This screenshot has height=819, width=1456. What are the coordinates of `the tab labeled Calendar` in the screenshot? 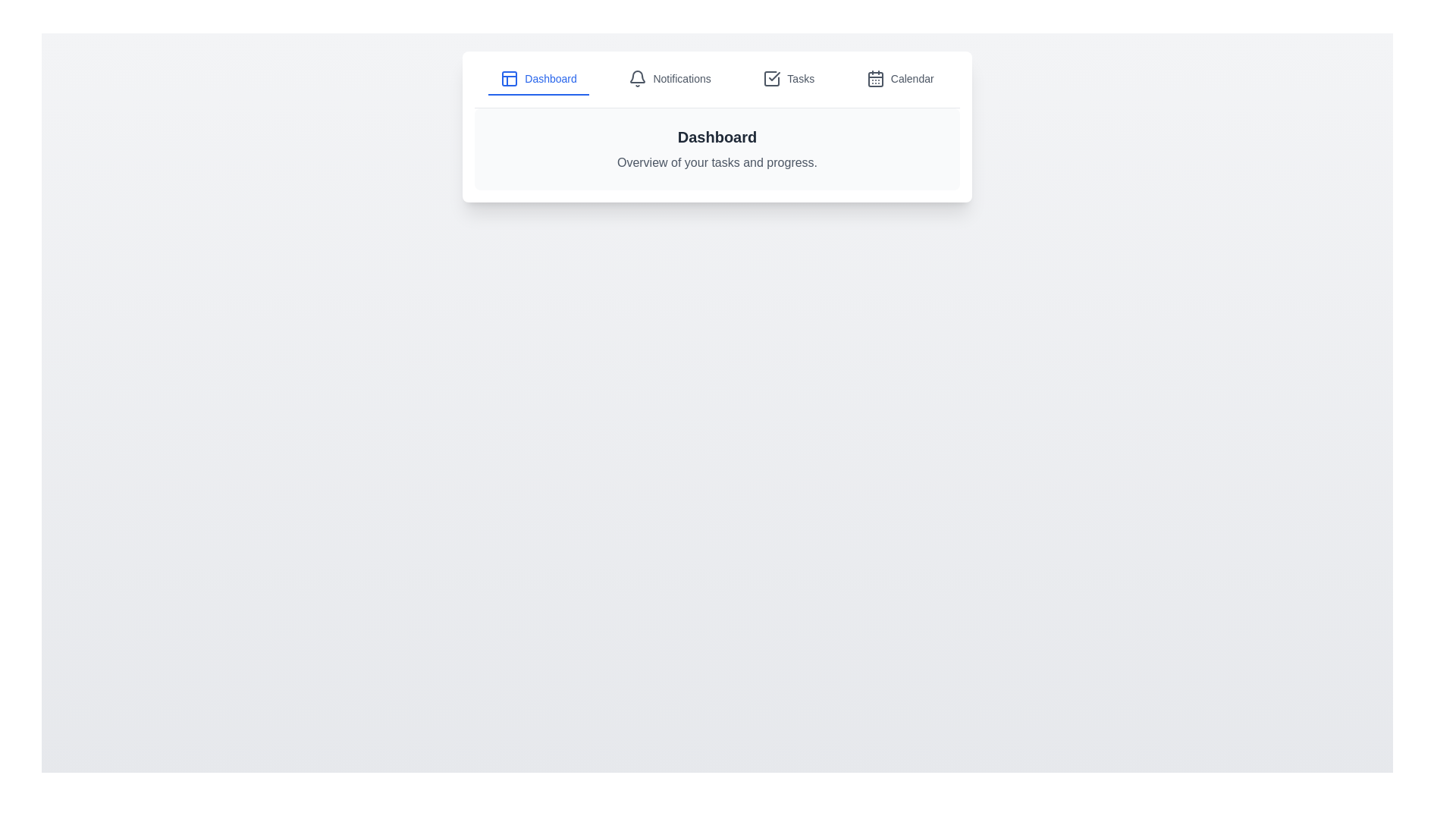 It's located at (900, 79).